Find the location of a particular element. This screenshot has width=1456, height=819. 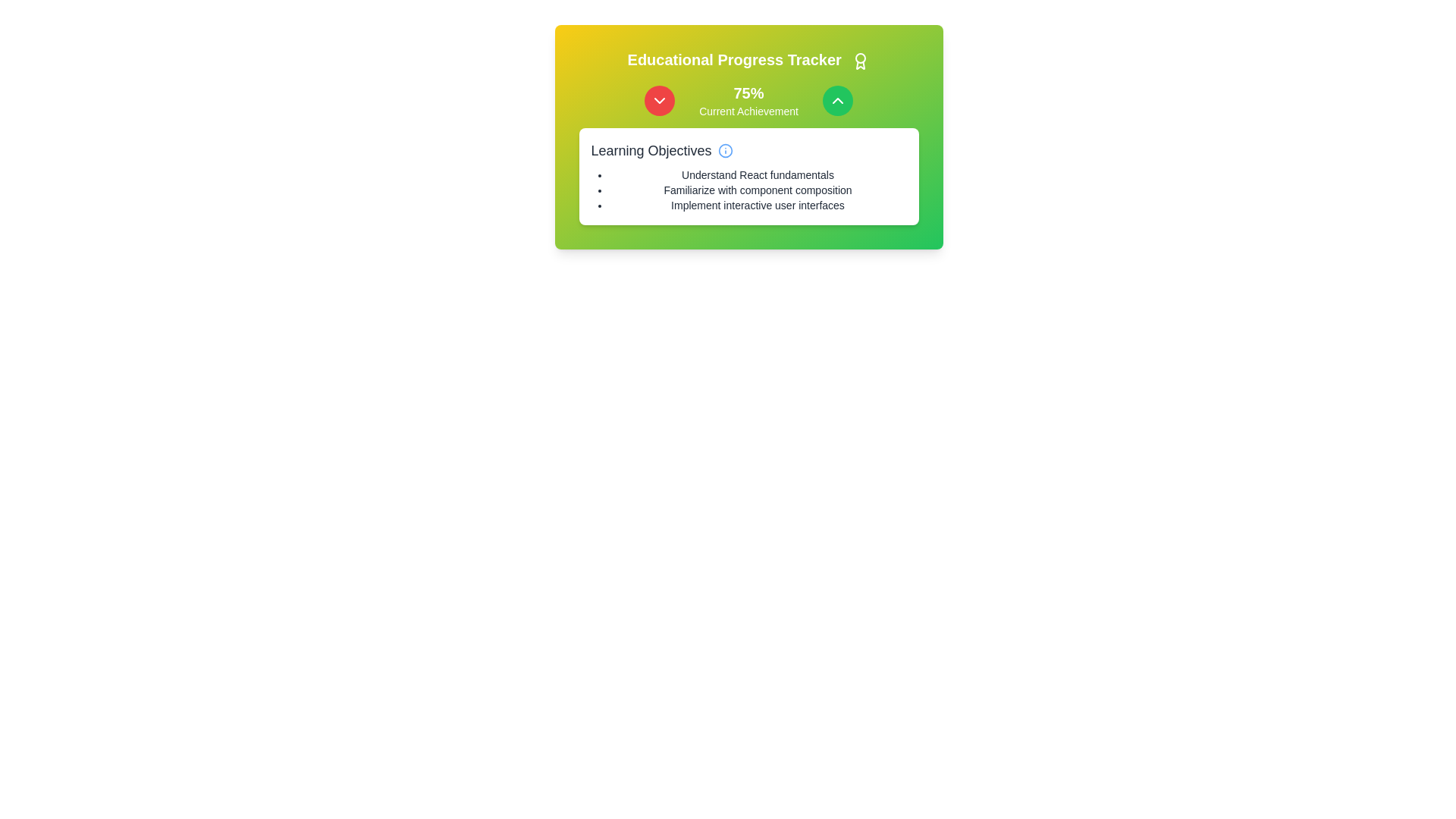

the award badge graphical icon located at the top-right corner of the 'Educational Progress Tracker' section is located at coordinates (861, 60).